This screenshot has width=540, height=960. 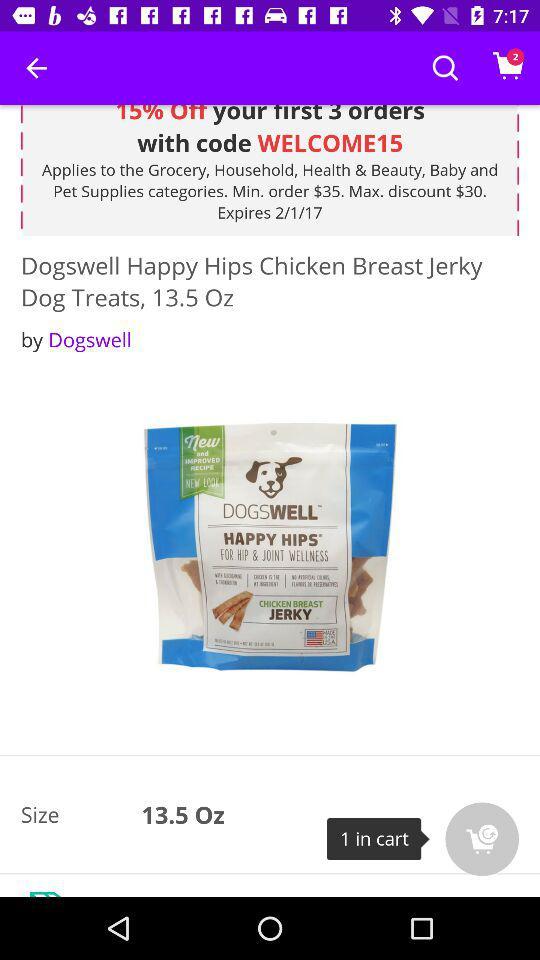 I want to click on the cart icon, so click(x=481, y=839).